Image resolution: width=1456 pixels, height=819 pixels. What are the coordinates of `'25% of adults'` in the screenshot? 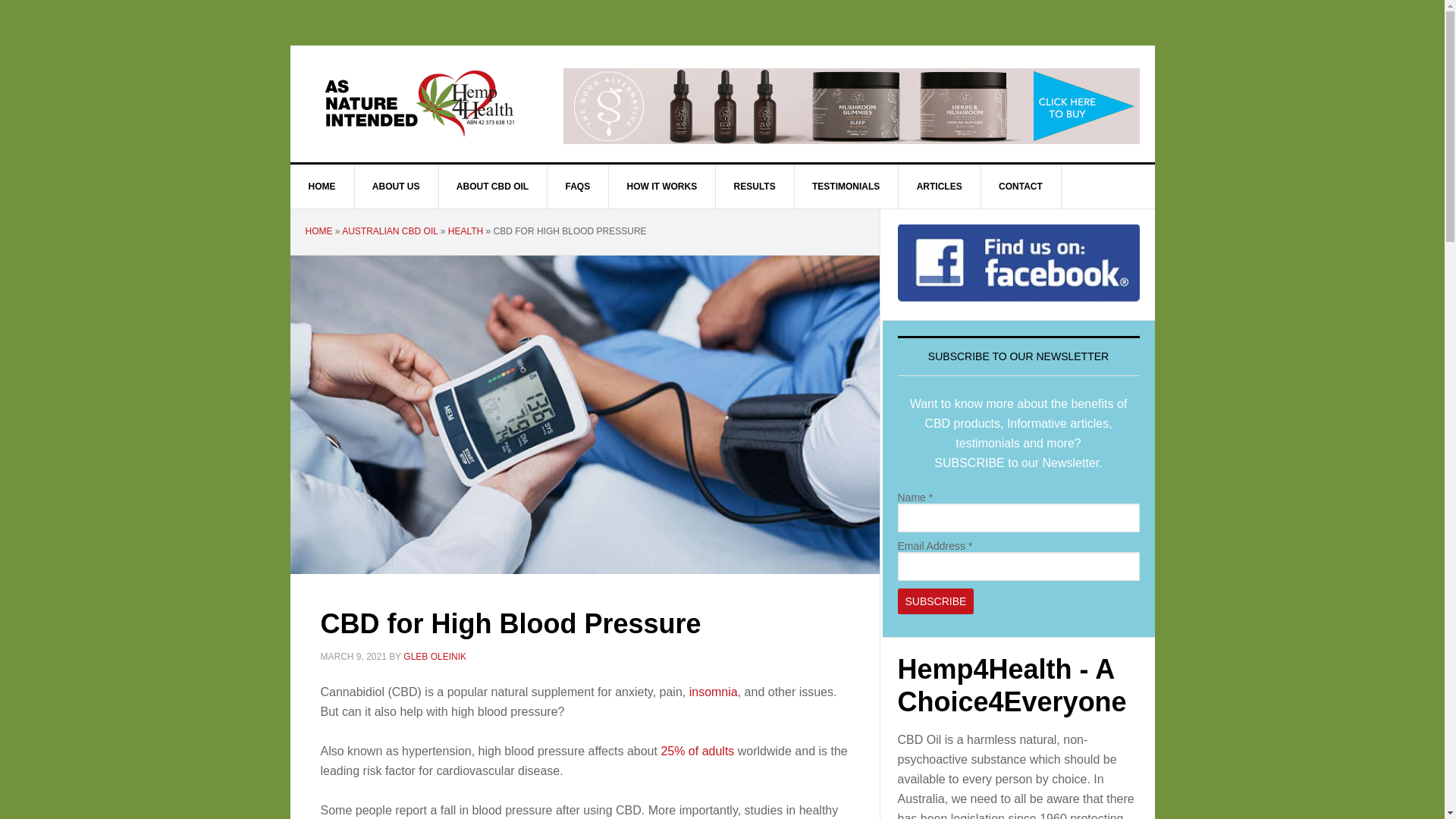 It's located at (696, 751).